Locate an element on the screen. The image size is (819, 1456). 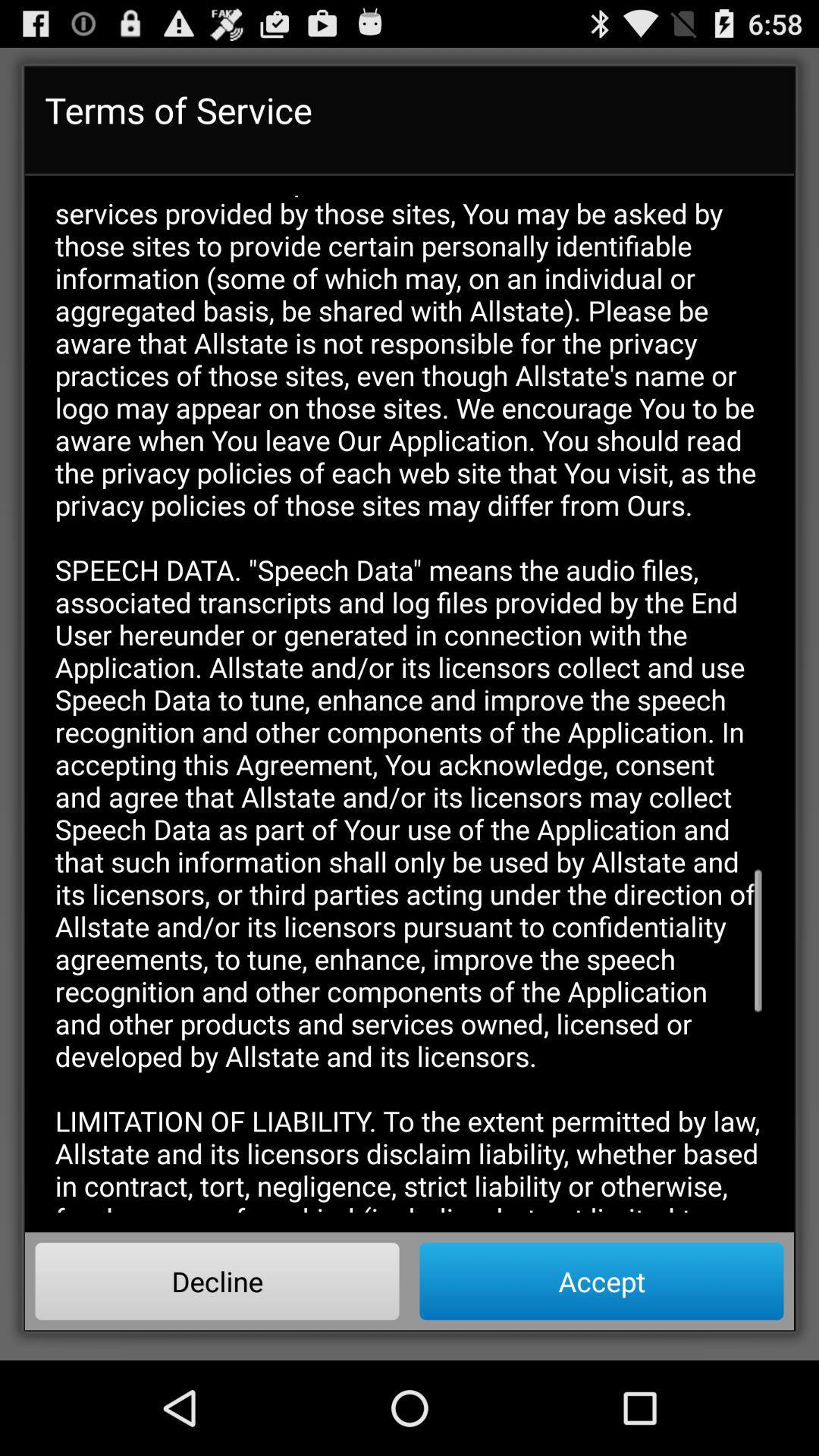
the item next to the decline icon is located at coordinates (601, 1280).